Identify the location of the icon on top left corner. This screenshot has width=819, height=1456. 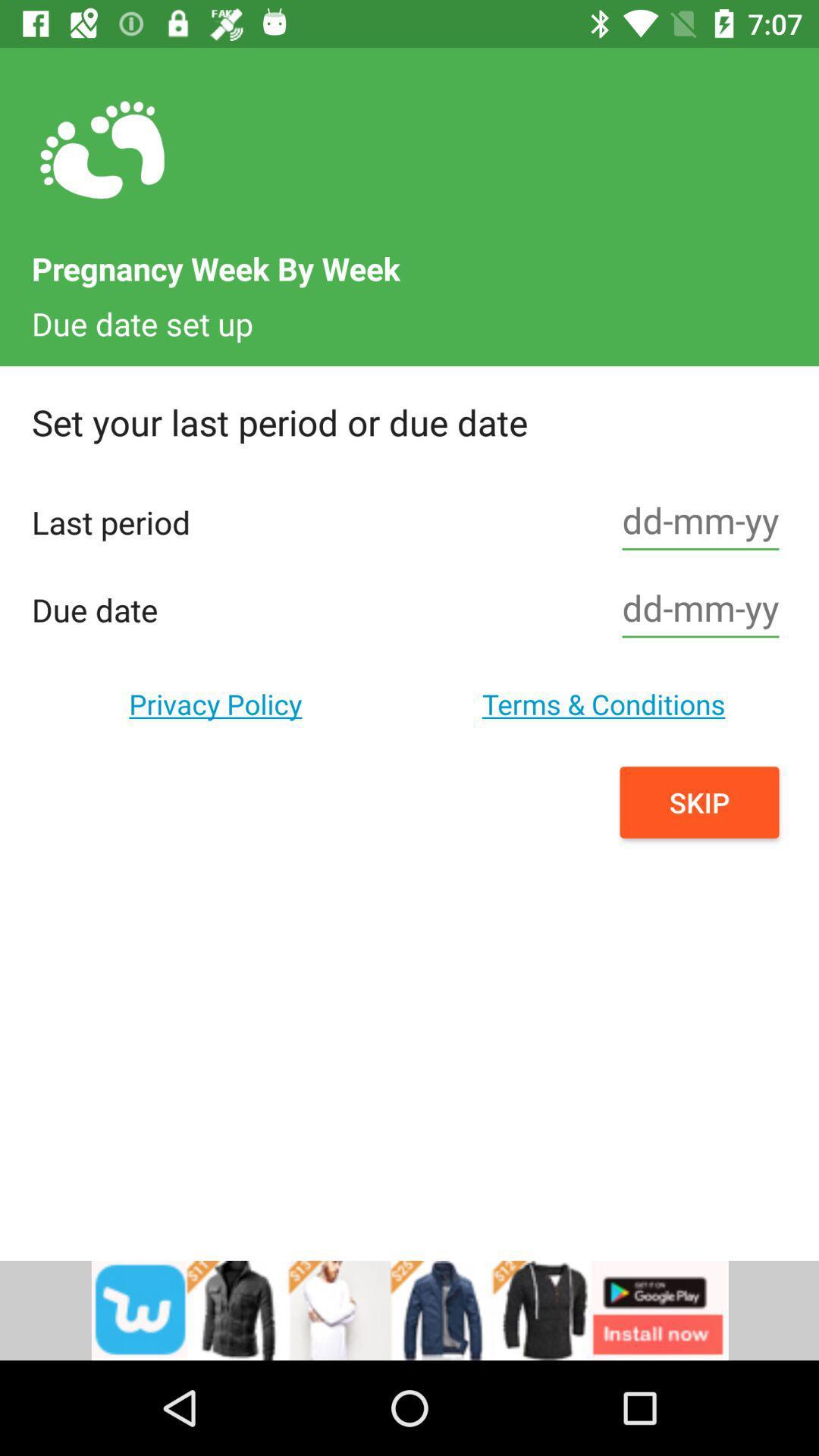
(102, 151).